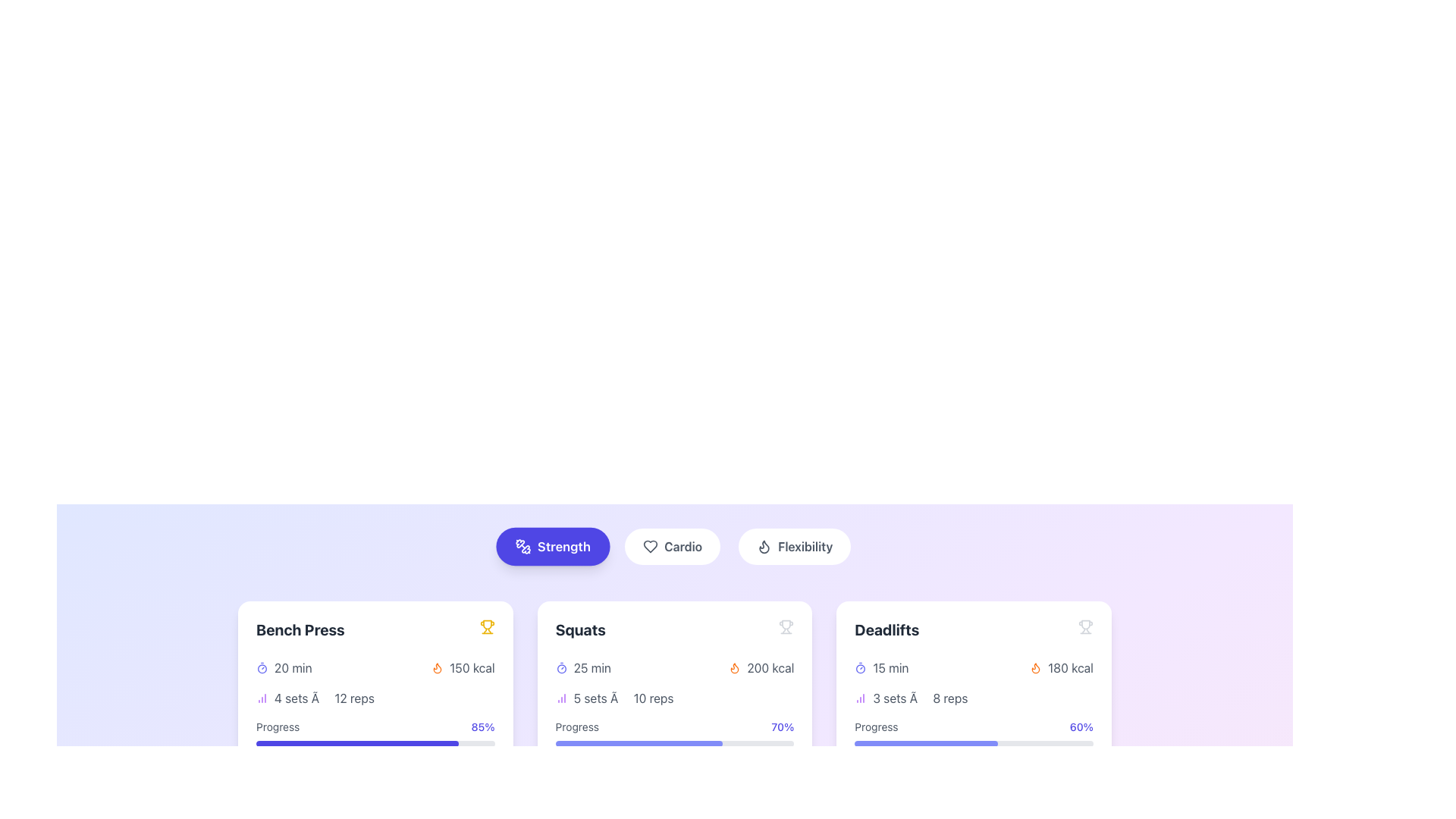 This screenshot has height=819, width=1456. What do you see at coordinates (487, 625) in the screenshot?
I see `the trophy icon representing achievement at the top-right corner of the 'Bench Press' card` at bounding box center [487, 625].